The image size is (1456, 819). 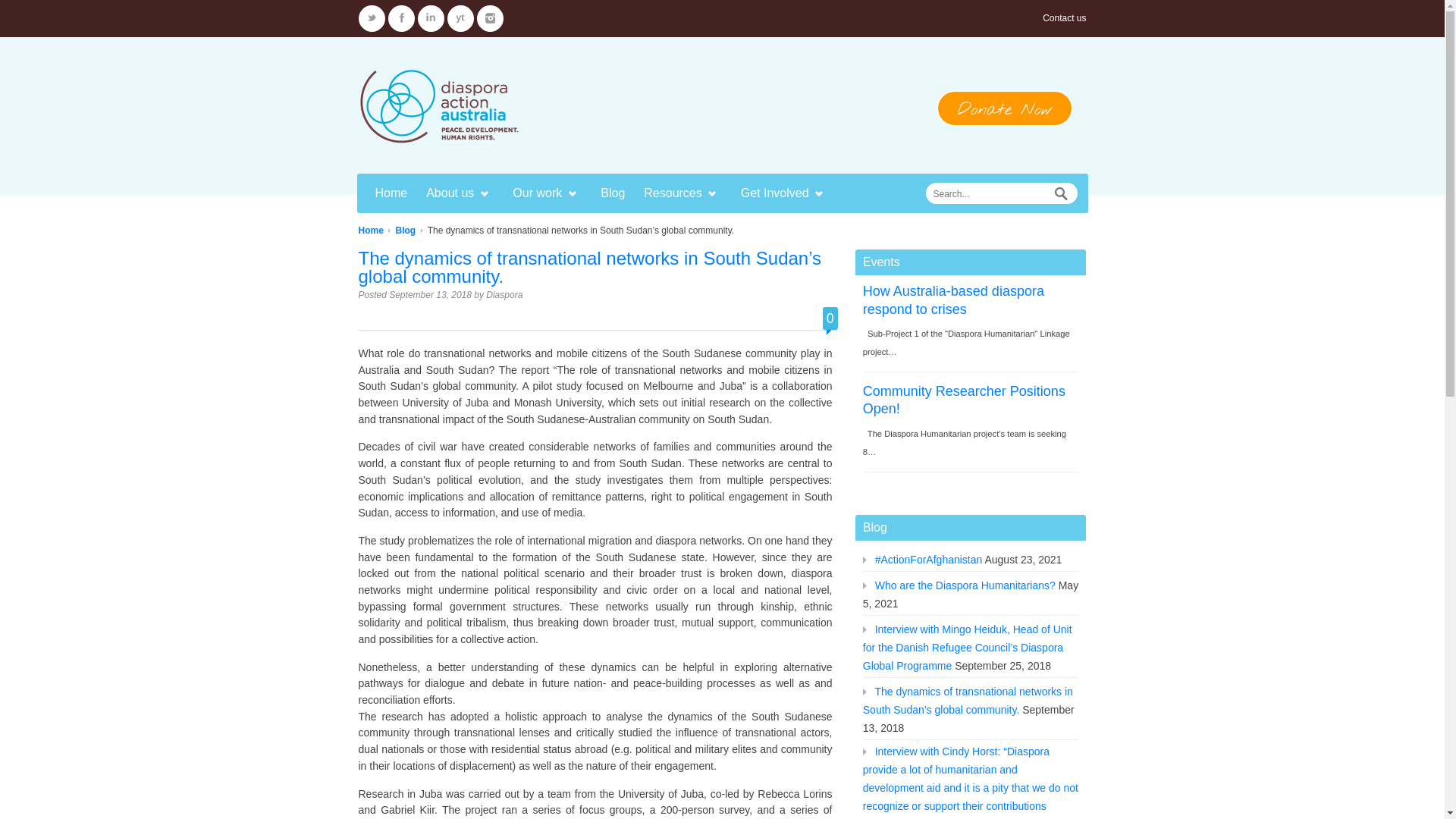 What do you see at coordinates (1004, 107) in the screenshot?
I see `'Donate Now'` at bounding box center [1004, 107].